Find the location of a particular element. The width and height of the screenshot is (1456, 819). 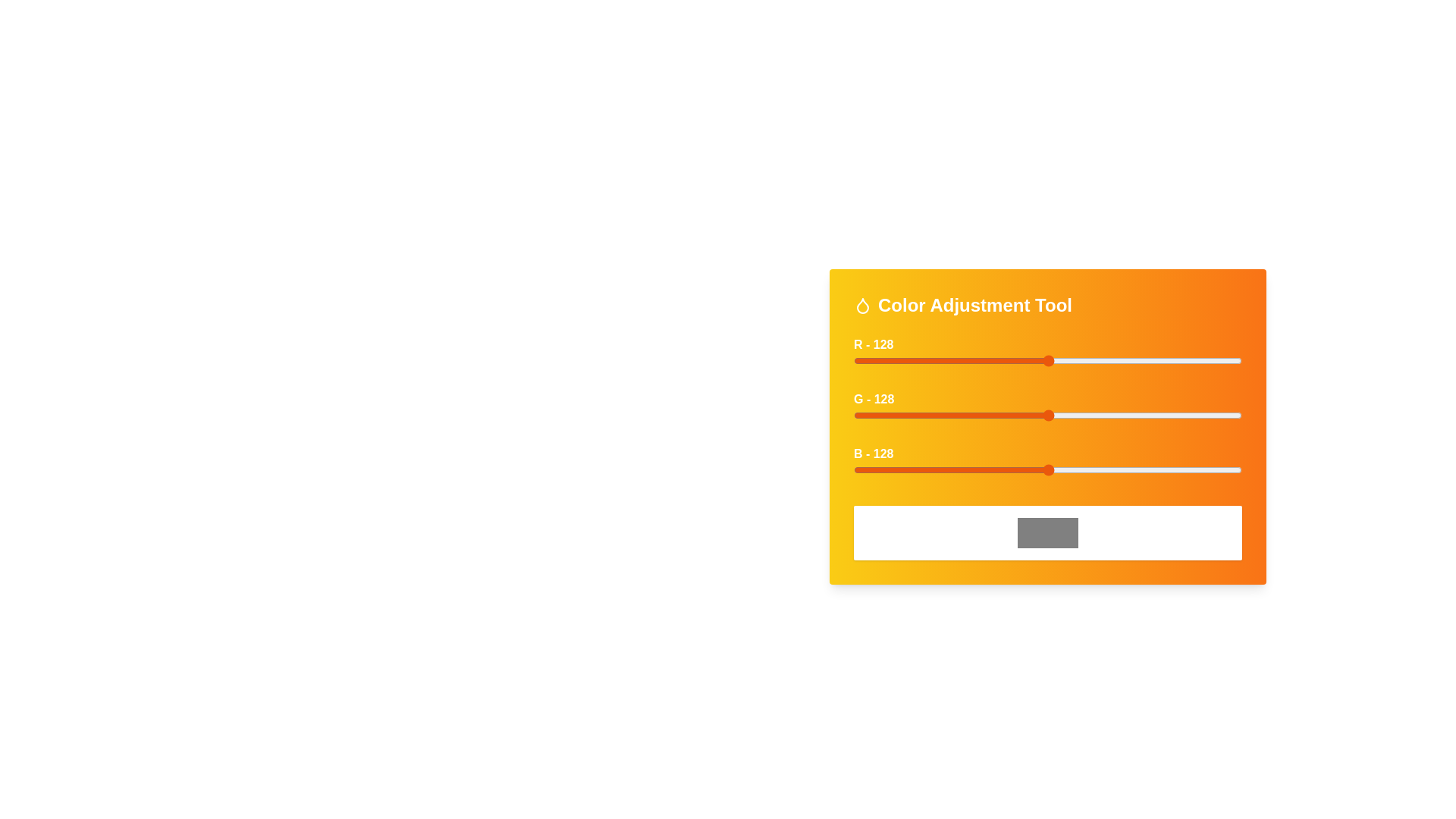

the green slider to set the green intensity to 172 is located at coordinates (1116, 415).